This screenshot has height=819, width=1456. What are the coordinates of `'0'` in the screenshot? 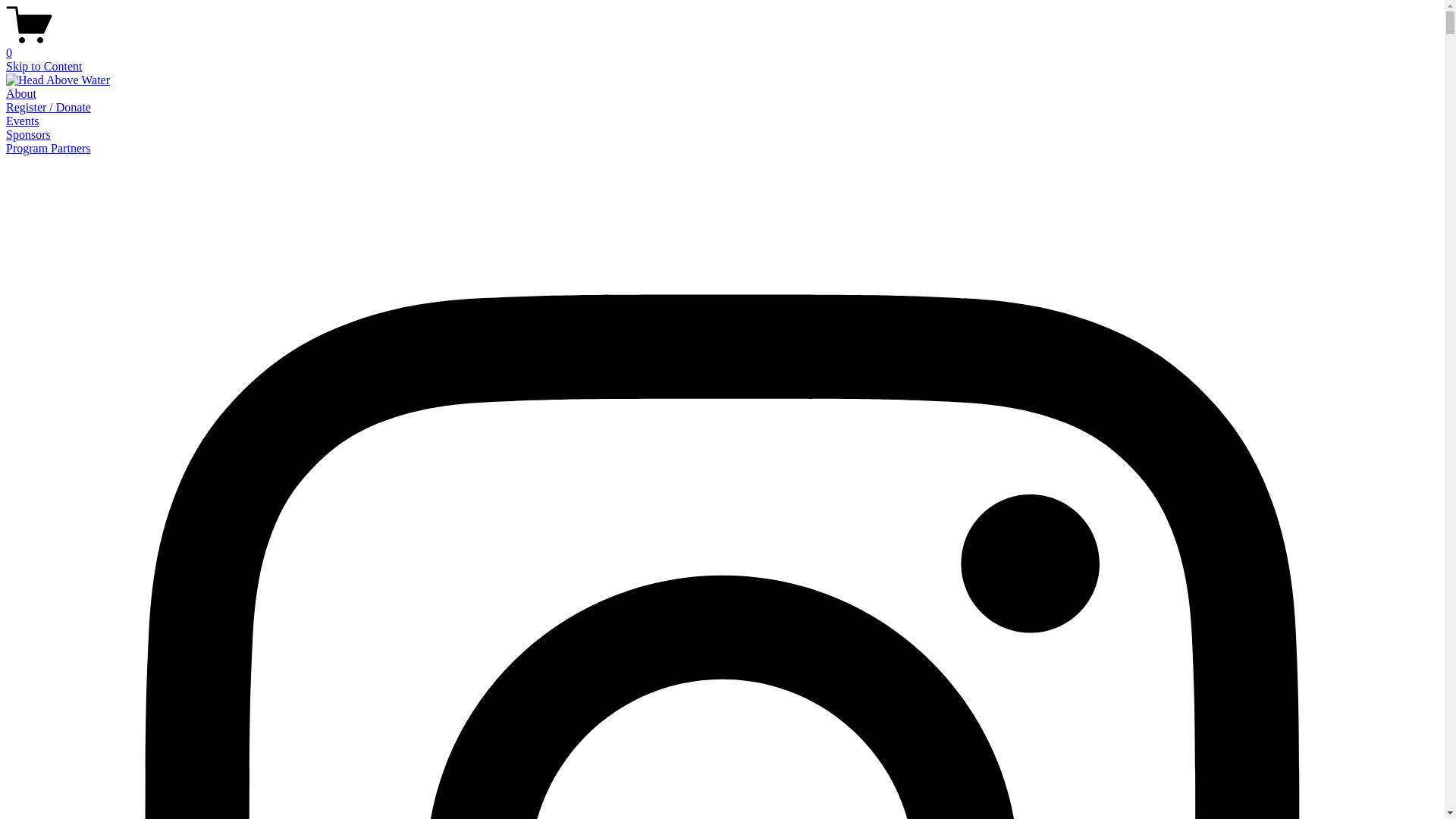 It's located at (721, 45).